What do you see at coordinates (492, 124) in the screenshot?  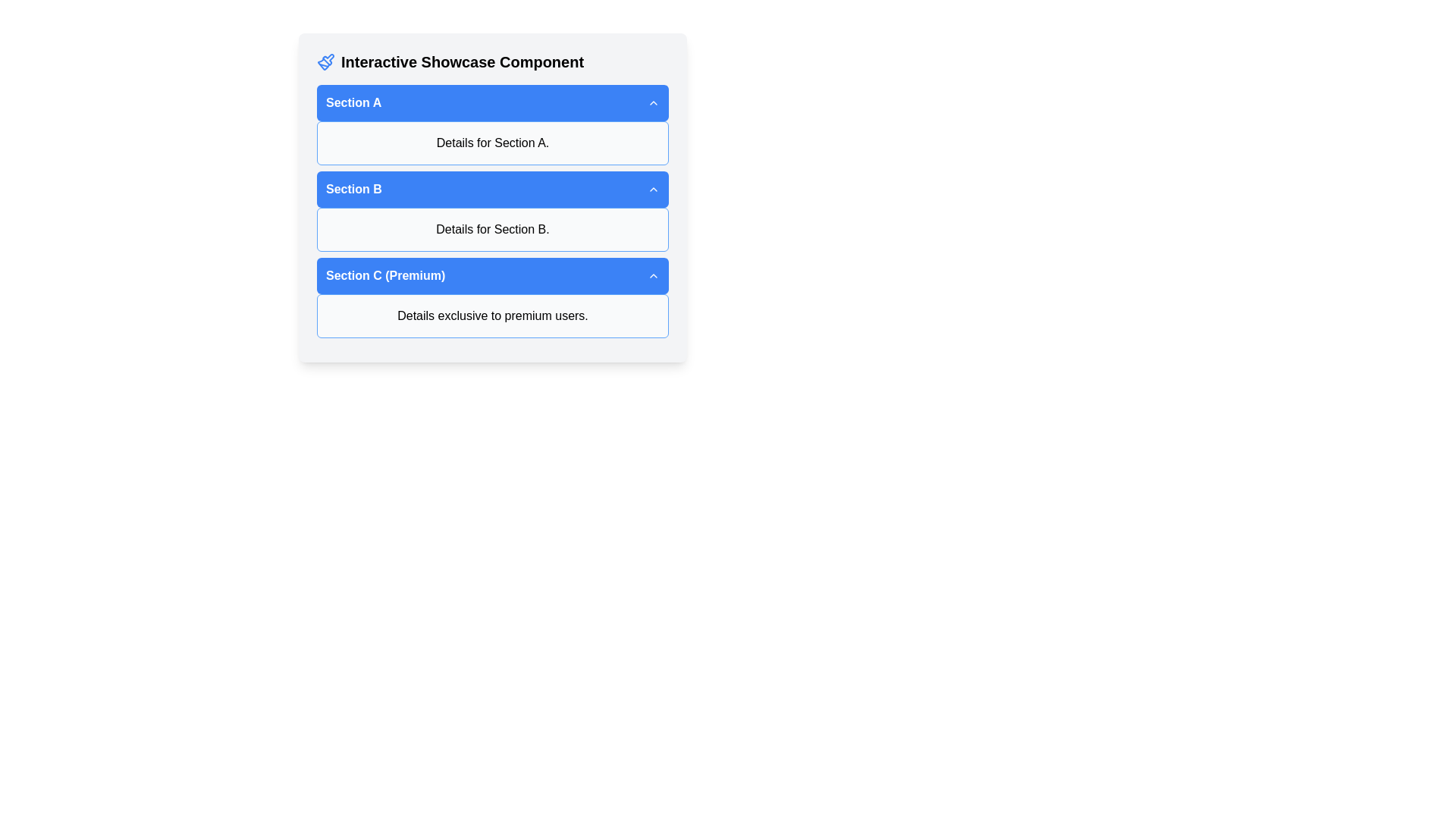 I see `the chevron icon on the blue header labeled 'Section A' of the collapsible panel` at bounding box center [492, 124].